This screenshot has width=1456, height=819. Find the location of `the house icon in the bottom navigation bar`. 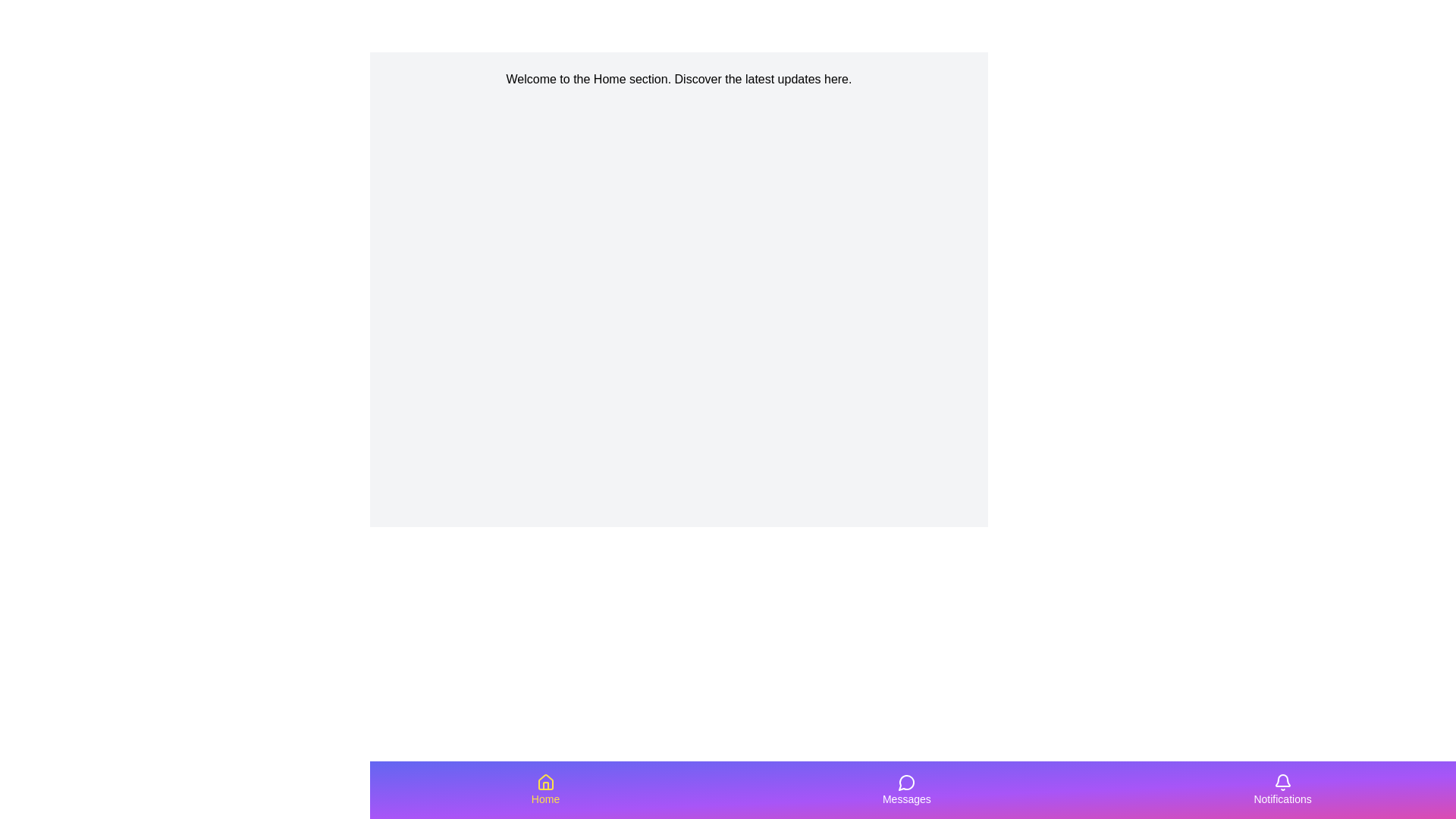

the house icon in the bottom navigation bar is located at coordinates (545, 783).